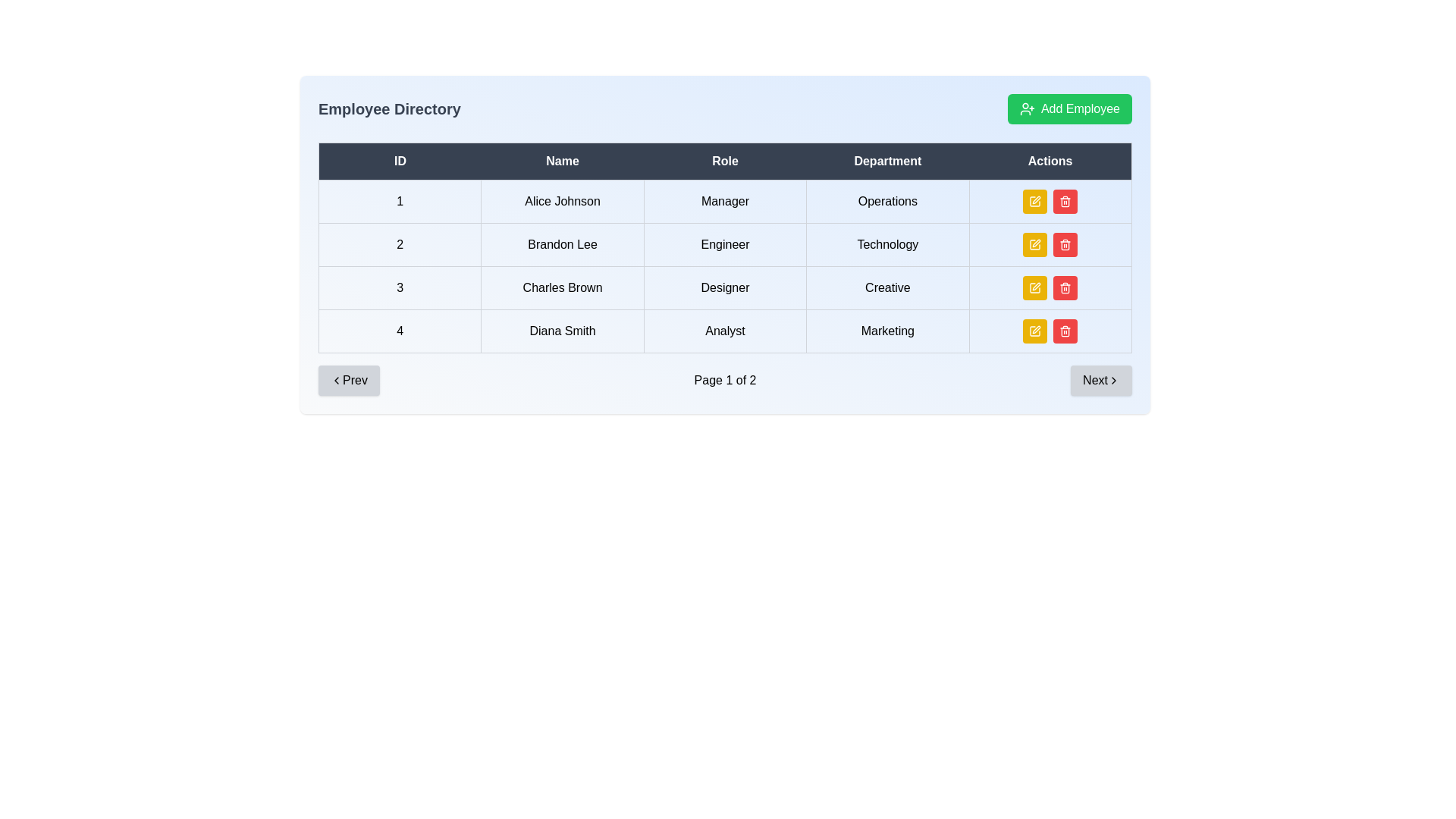 The height and width of the screenshot is (819, 1456). Describe the element at coordinates (724, 161) in the screenshot. I see `the text label marked as 'Role' which is located in the header row of the table, positioned between the 'Name' and 'Department' columns` at that location.